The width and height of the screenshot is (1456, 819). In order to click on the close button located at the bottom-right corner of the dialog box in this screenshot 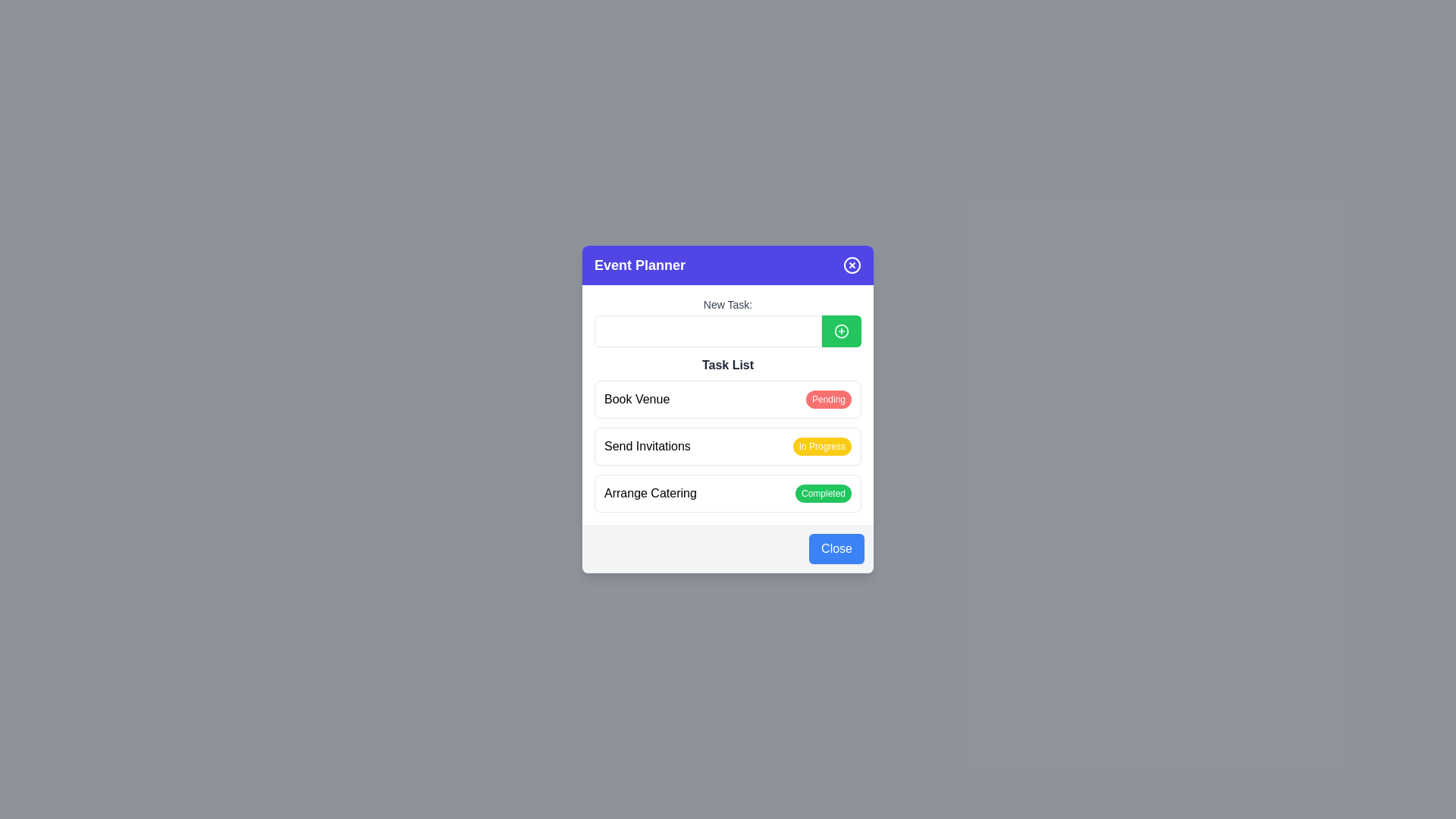, I will do `click(836, 549)`.